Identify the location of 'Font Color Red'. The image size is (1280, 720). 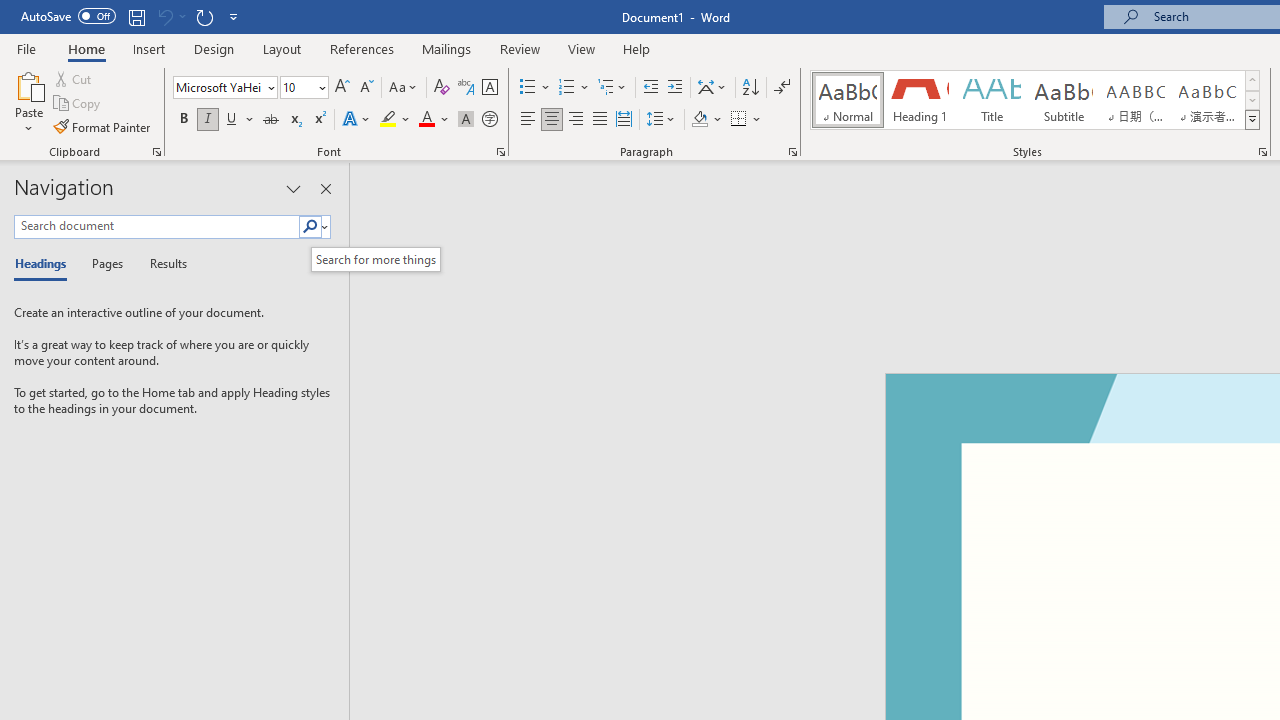
(425, 119).